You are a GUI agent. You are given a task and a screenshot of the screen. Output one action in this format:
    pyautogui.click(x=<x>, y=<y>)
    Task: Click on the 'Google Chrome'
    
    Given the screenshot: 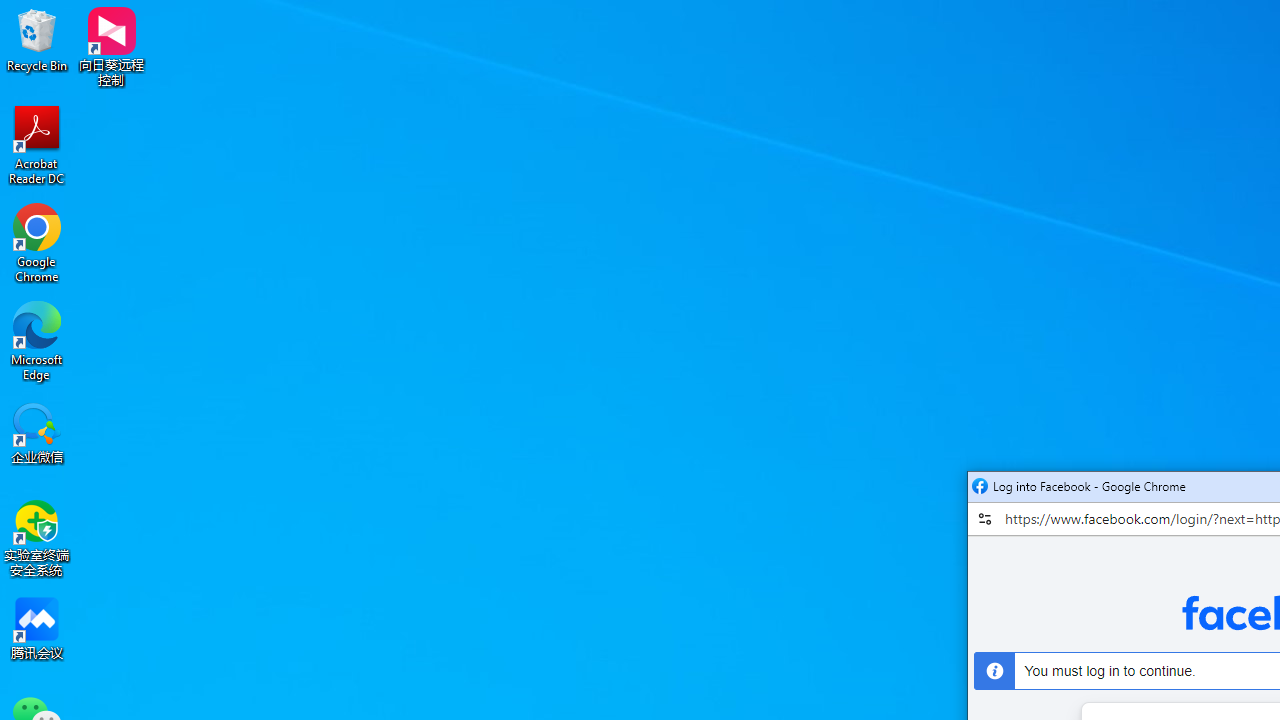 What is the action you would take?
    pyautogui.click(x=37, y=242)
    